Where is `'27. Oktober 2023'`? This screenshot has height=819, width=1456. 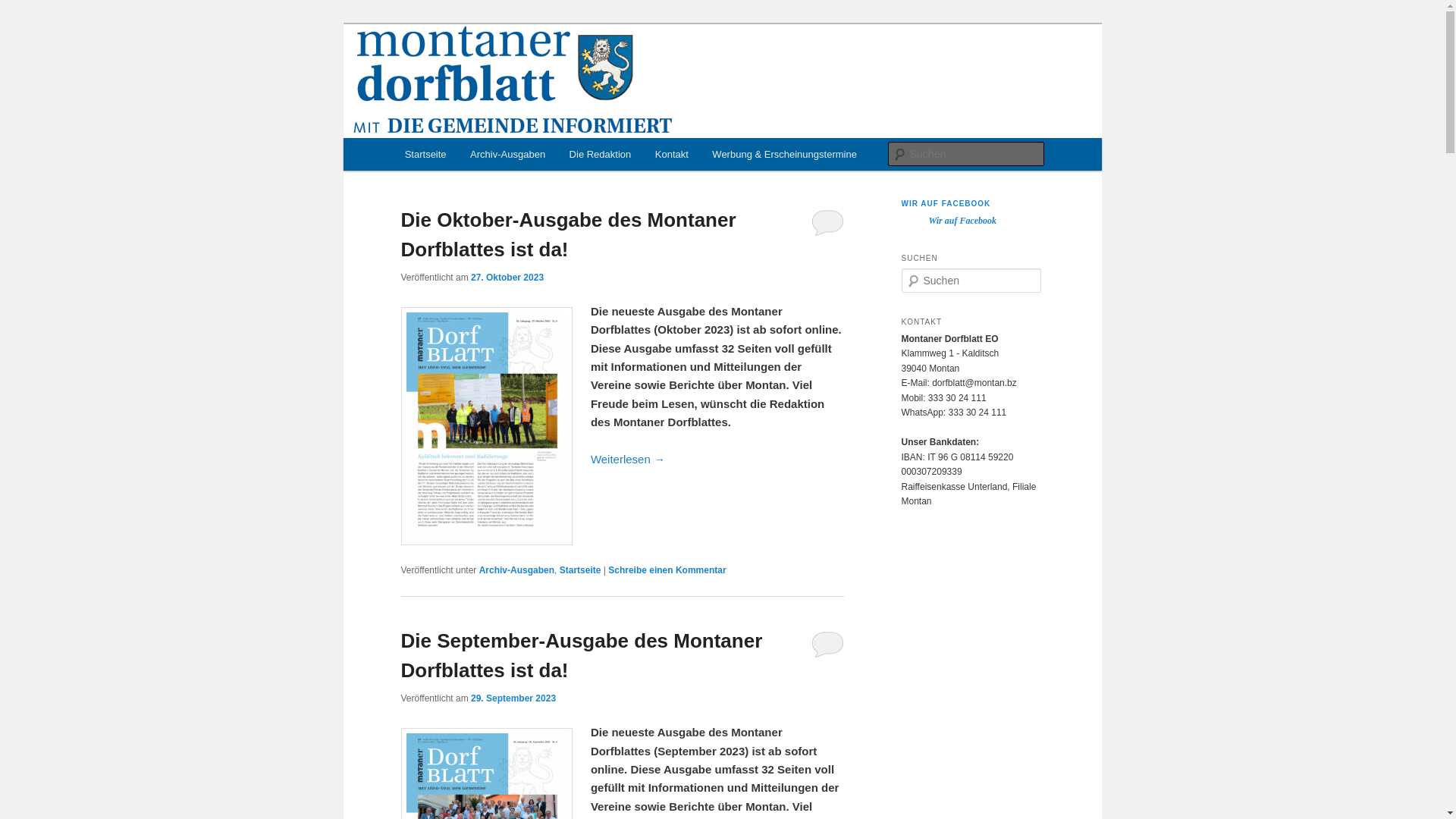 '27. Oktober 2023' is located at coordinates (469, 277).